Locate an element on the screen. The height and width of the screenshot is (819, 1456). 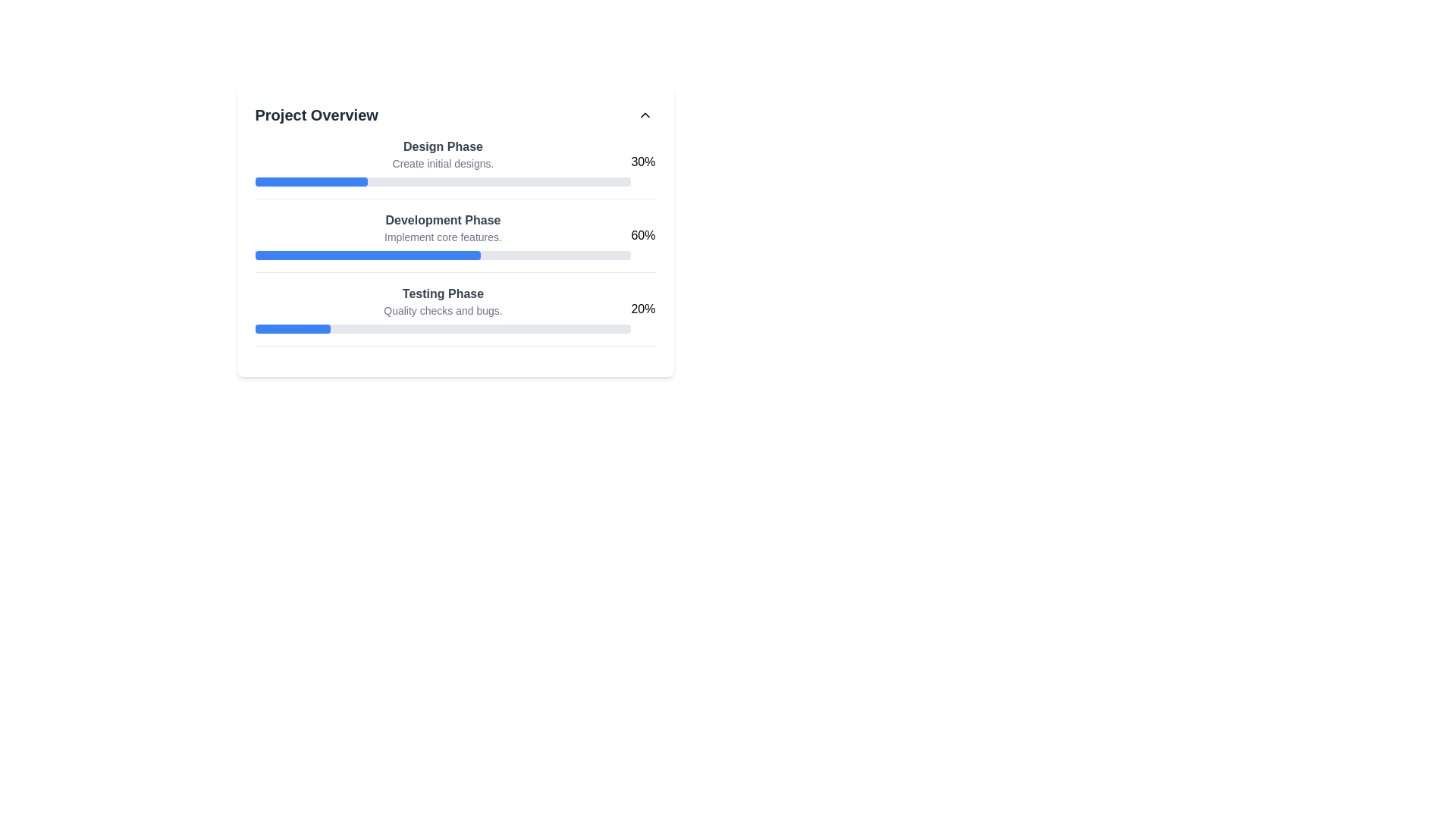
the progress indicator bar representing 30% completion of the 'Design Phase' in the project overview chart is located at coordinates (310, 180).